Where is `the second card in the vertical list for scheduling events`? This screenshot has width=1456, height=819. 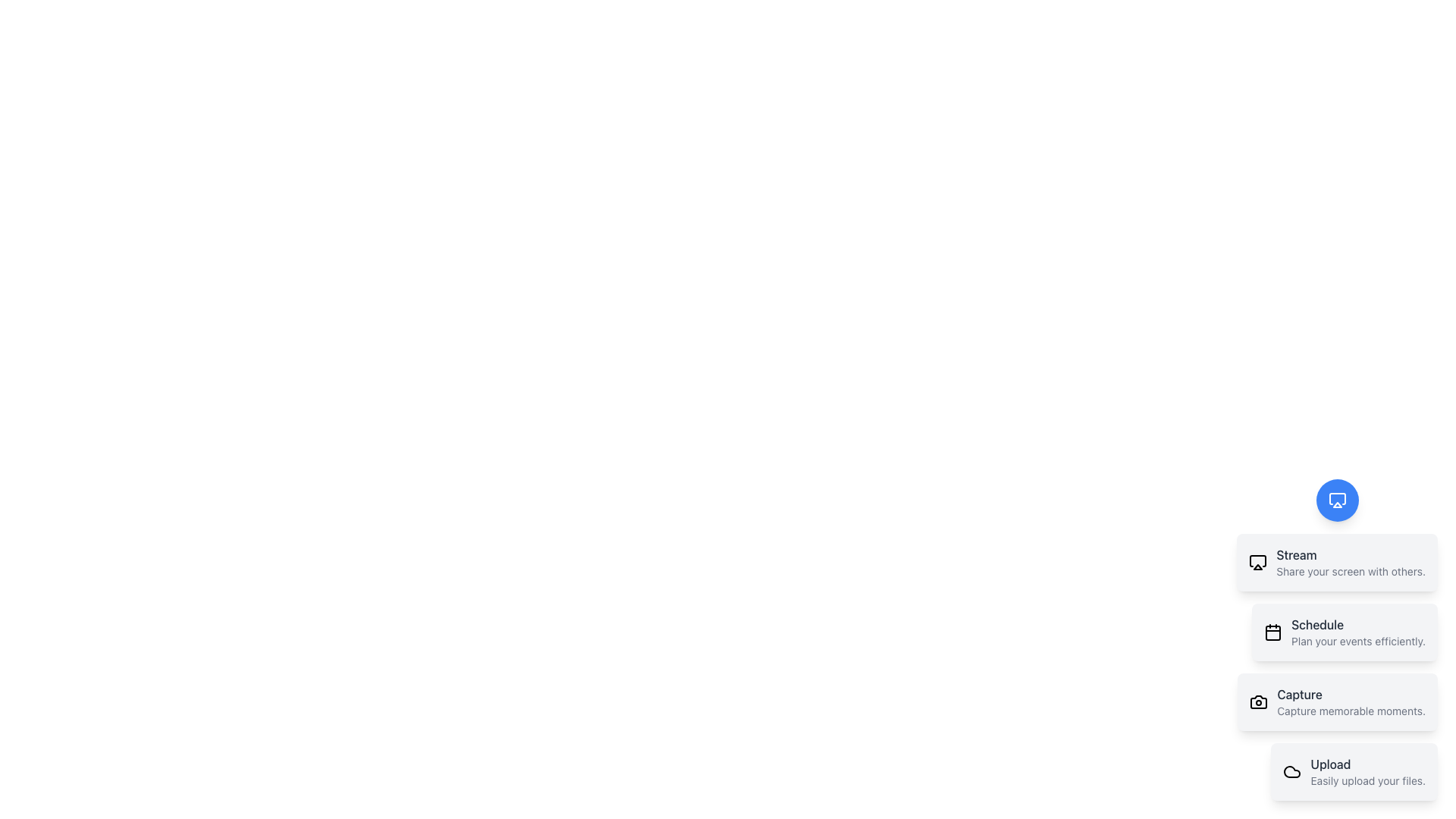
the second card in the vertical list for scheduling events is located at coordinates (1337, 666).